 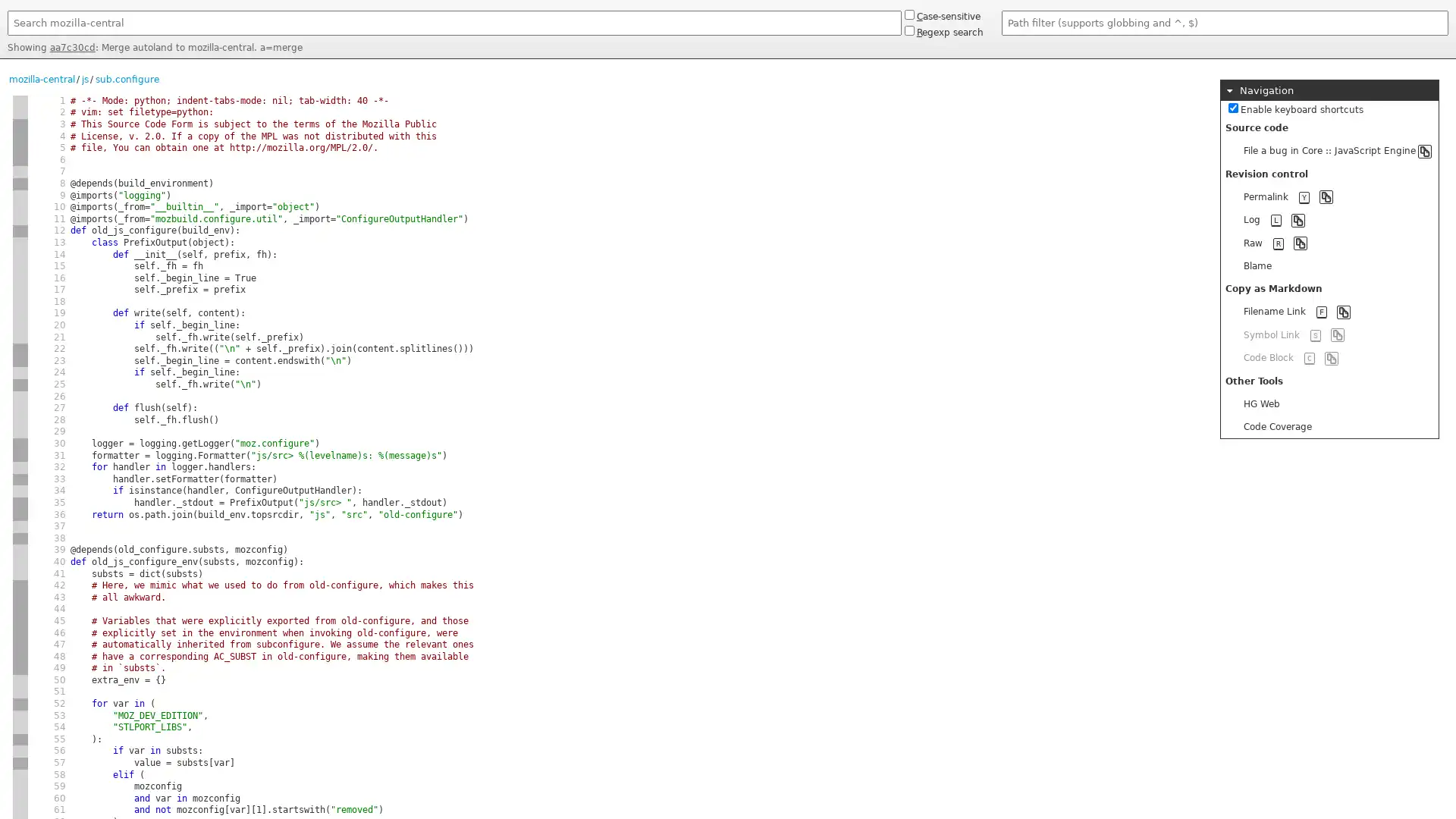 What do you see at coordinates (20, 124) in the screenshot?
I see `new hash 2` at bounding box center [20, 124].